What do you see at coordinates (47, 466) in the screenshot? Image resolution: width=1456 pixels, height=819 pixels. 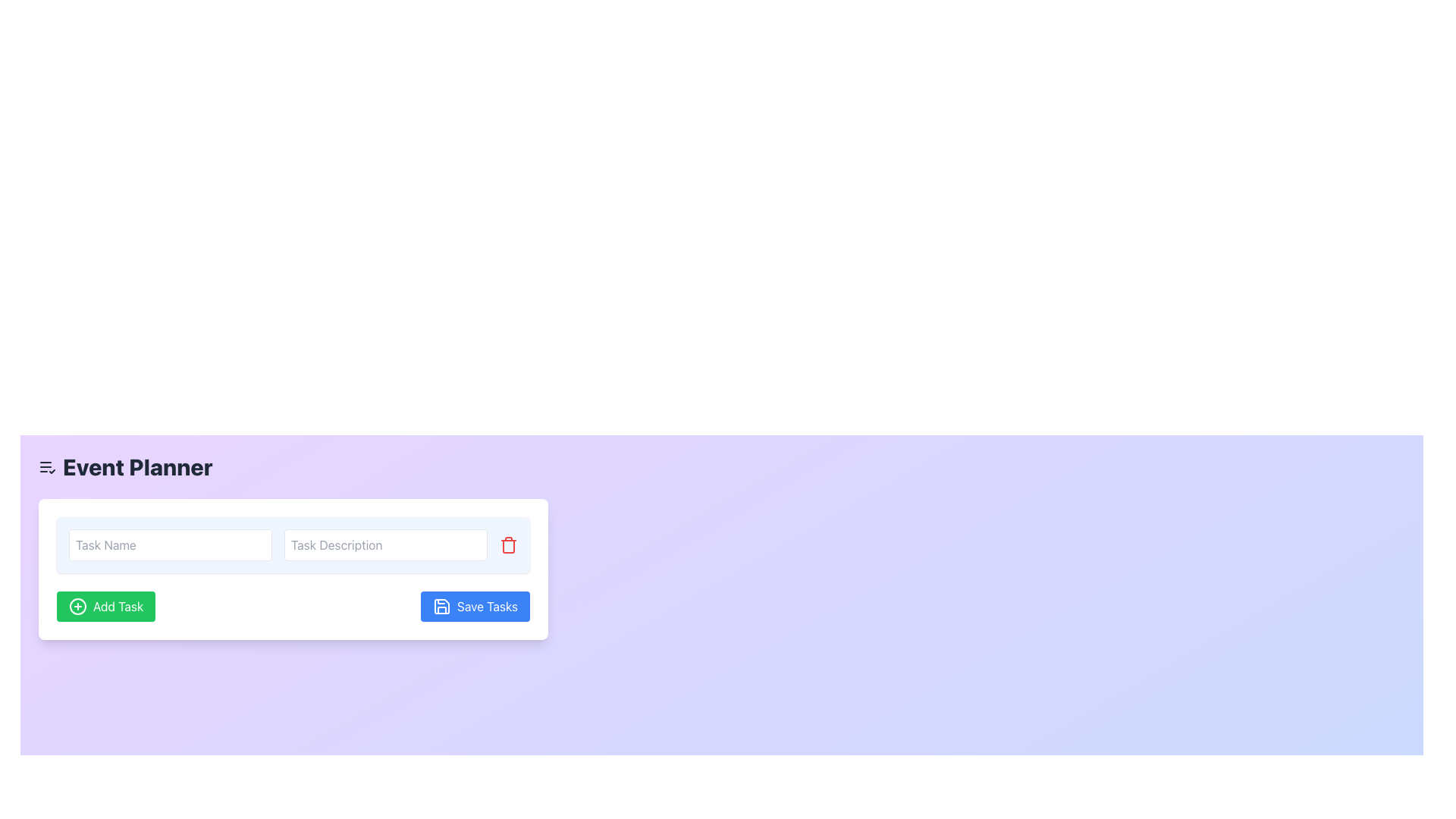 I see `the leftmost icon adjacent to the 'Event Planner' text, which symbolizes a checklist or tasks, located on a light lavender background` at bounding box center [47, 466].